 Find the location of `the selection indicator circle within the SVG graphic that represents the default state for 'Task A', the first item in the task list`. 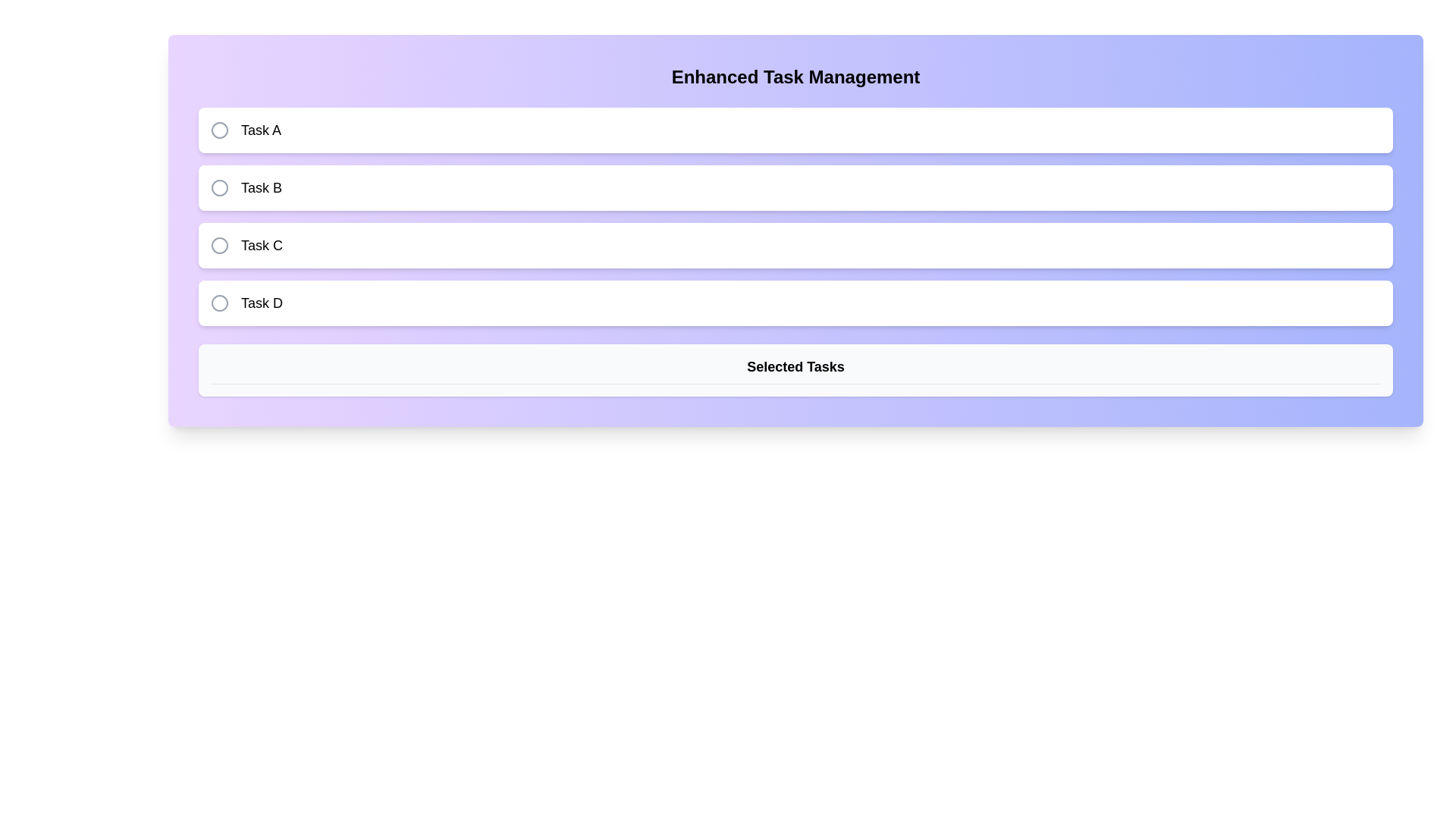

the selection indicator circle within the SVG graphic that represents the default state for 'Task A', the first item in the task list is located at coordinates (218, 130).